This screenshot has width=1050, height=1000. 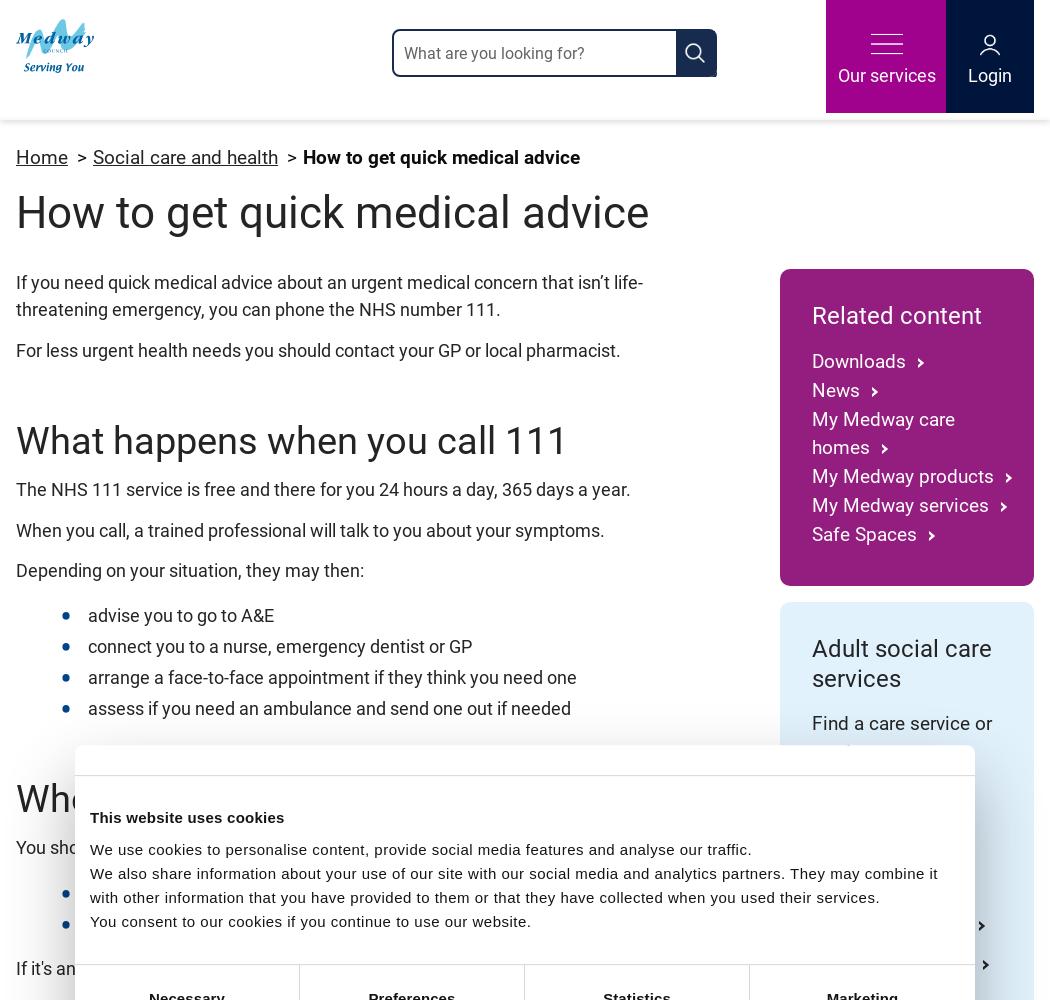 I want to click on 'Home', so click(x=41, y=157).